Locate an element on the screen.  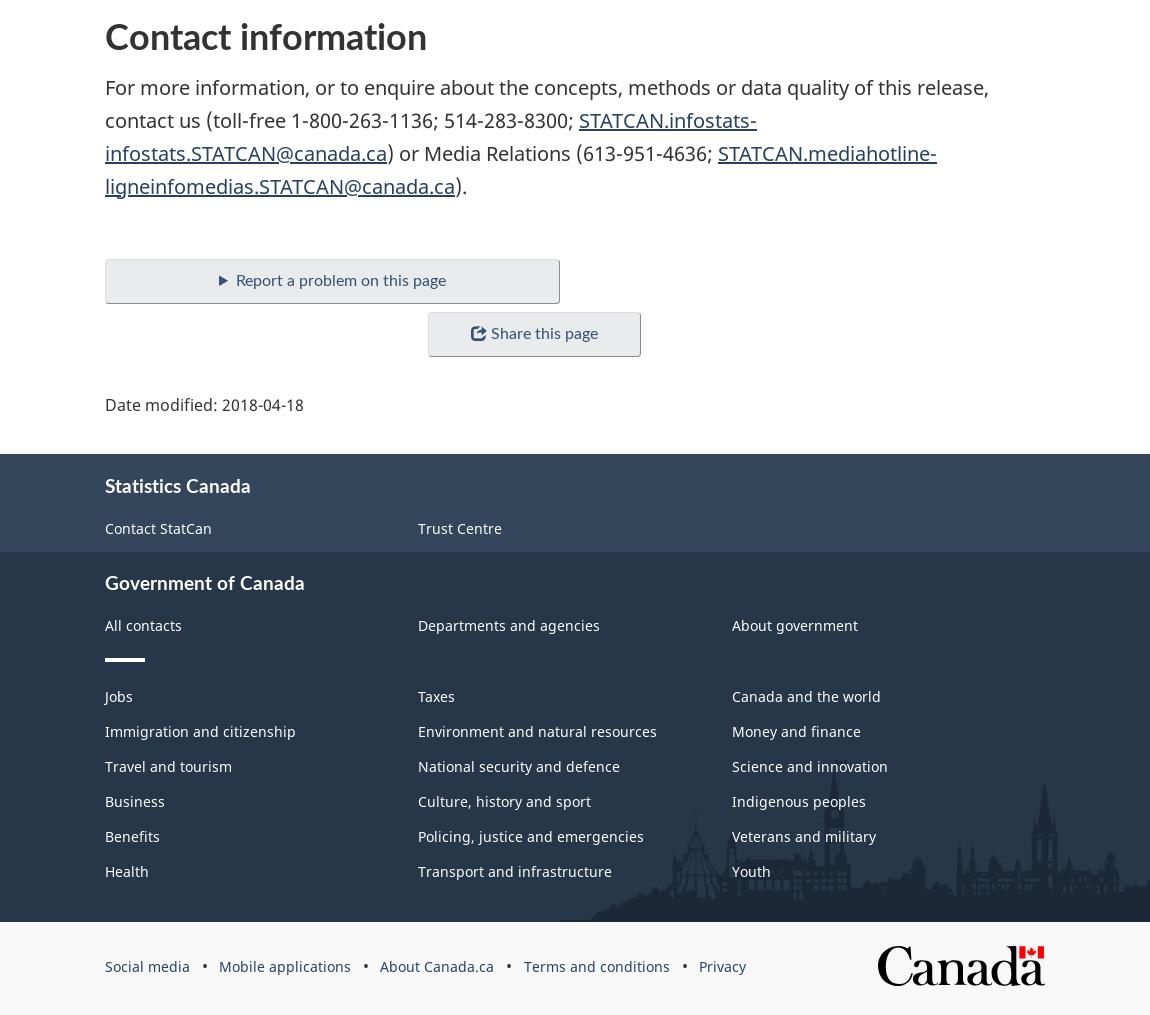
'Mobile applications' is located at coordinates (283, 965).